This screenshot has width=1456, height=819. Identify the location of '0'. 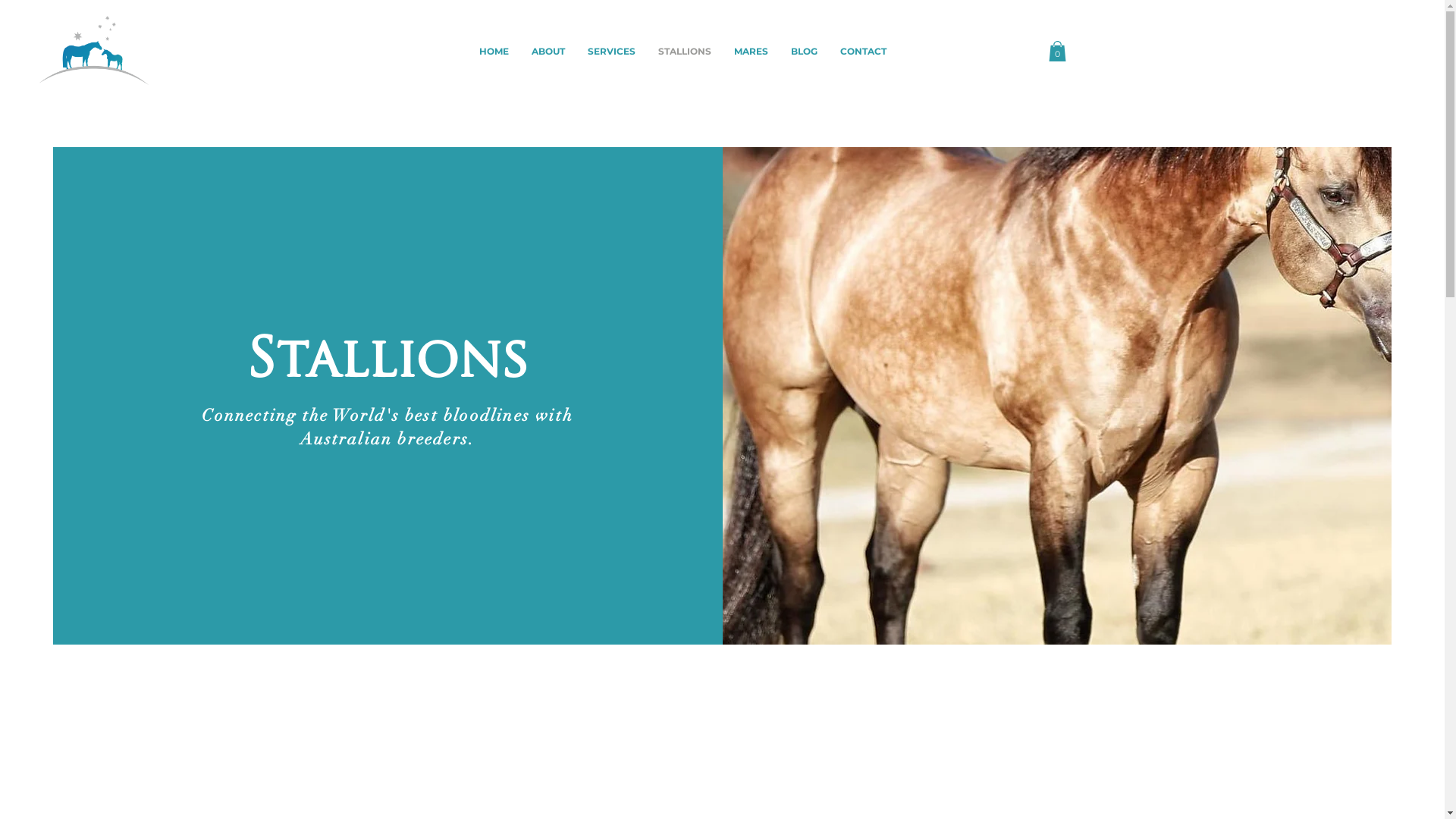
(1056, 50).